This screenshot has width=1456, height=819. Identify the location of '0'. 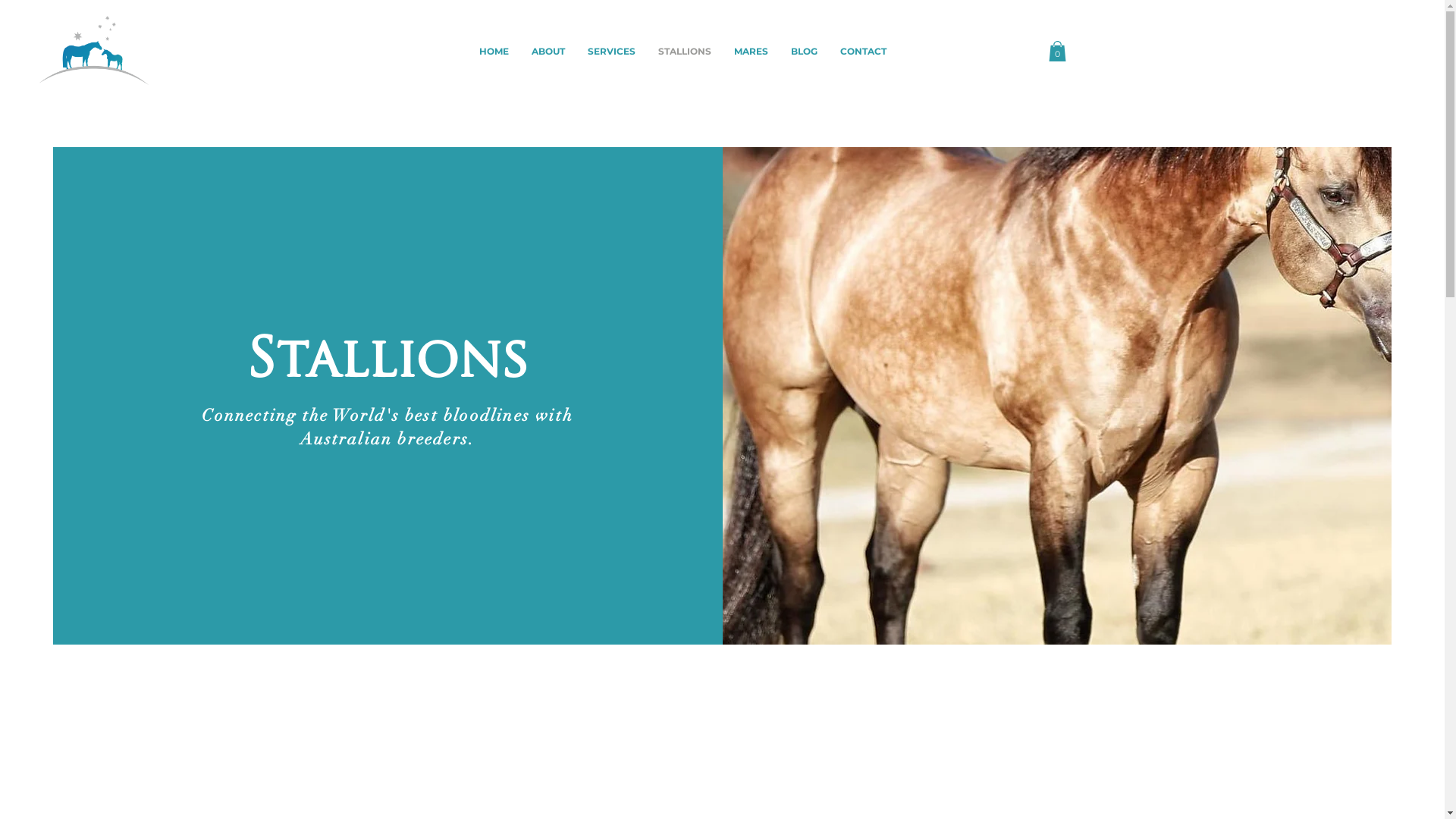
(1056, 50).